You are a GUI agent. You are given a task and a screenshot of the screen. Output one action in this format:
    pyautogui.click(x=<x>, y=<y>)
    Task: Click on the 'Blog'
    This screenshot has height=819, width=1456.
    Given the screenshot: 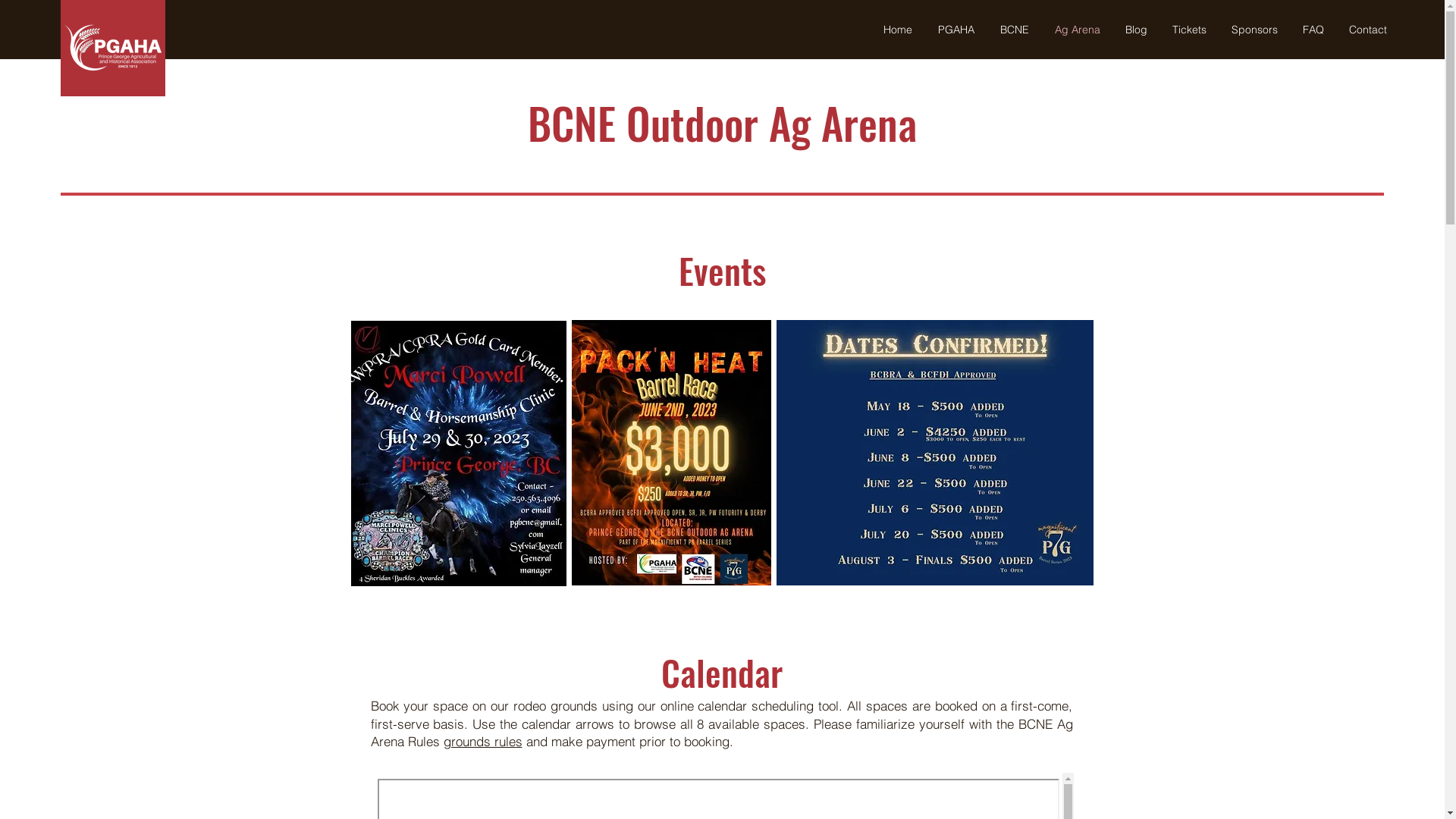 What is the action you would take?
    pyautogui.click(x=1135, y=29)
    